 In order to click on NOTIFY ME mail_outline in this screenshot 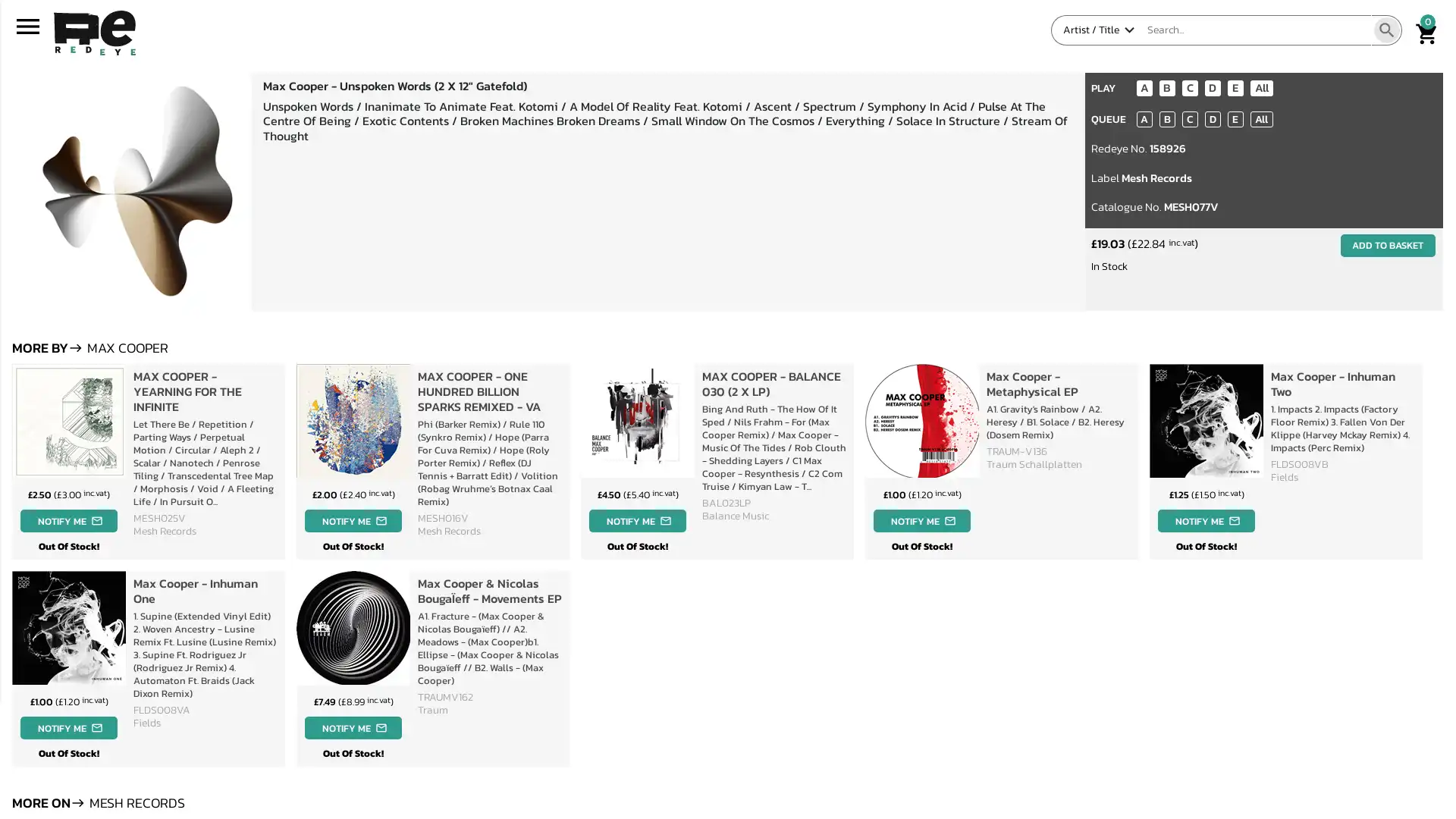, I will do `click(921, 519)`.